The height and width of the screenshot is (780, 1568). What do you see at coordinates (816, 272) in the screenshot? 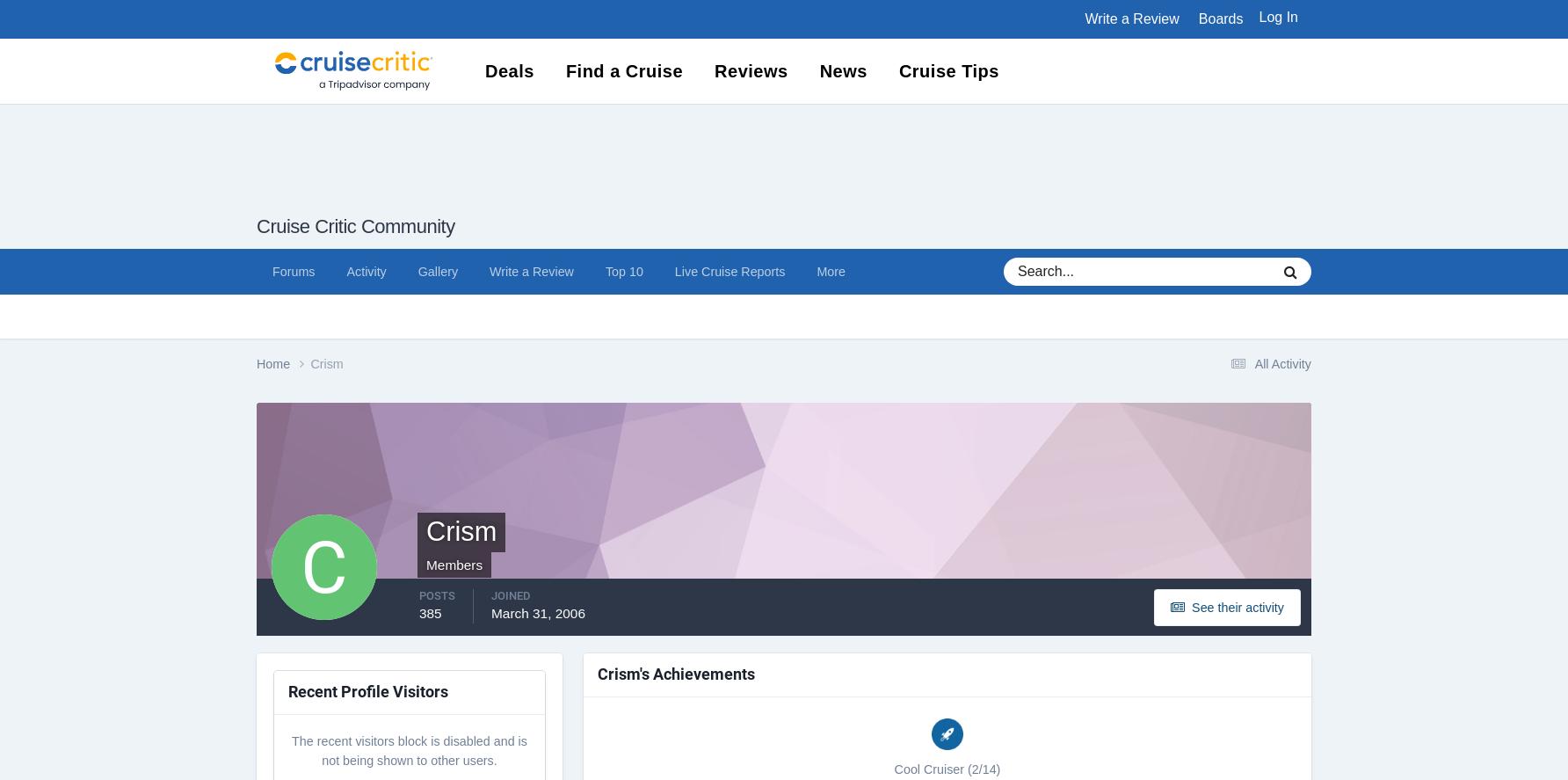
I see `'More'` at bounding box center [816, 272].